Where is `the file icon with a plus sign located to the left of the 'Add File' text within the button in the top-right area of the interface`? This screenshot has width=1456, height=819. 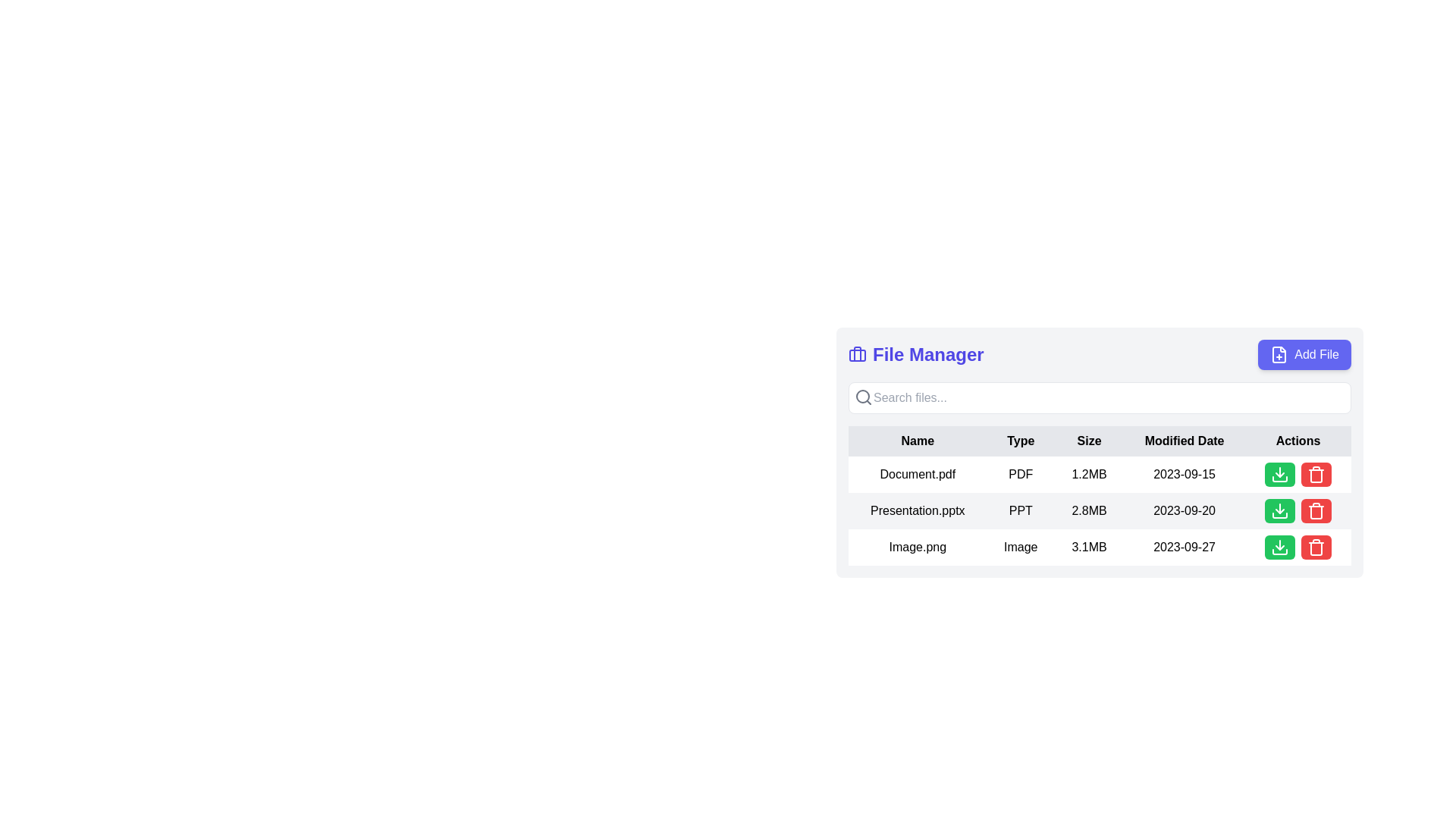
the file icon with a plus sign located to the left of the 'Add File' text within the button in the top-right area of the interface is located at coordinates (1278, 354).